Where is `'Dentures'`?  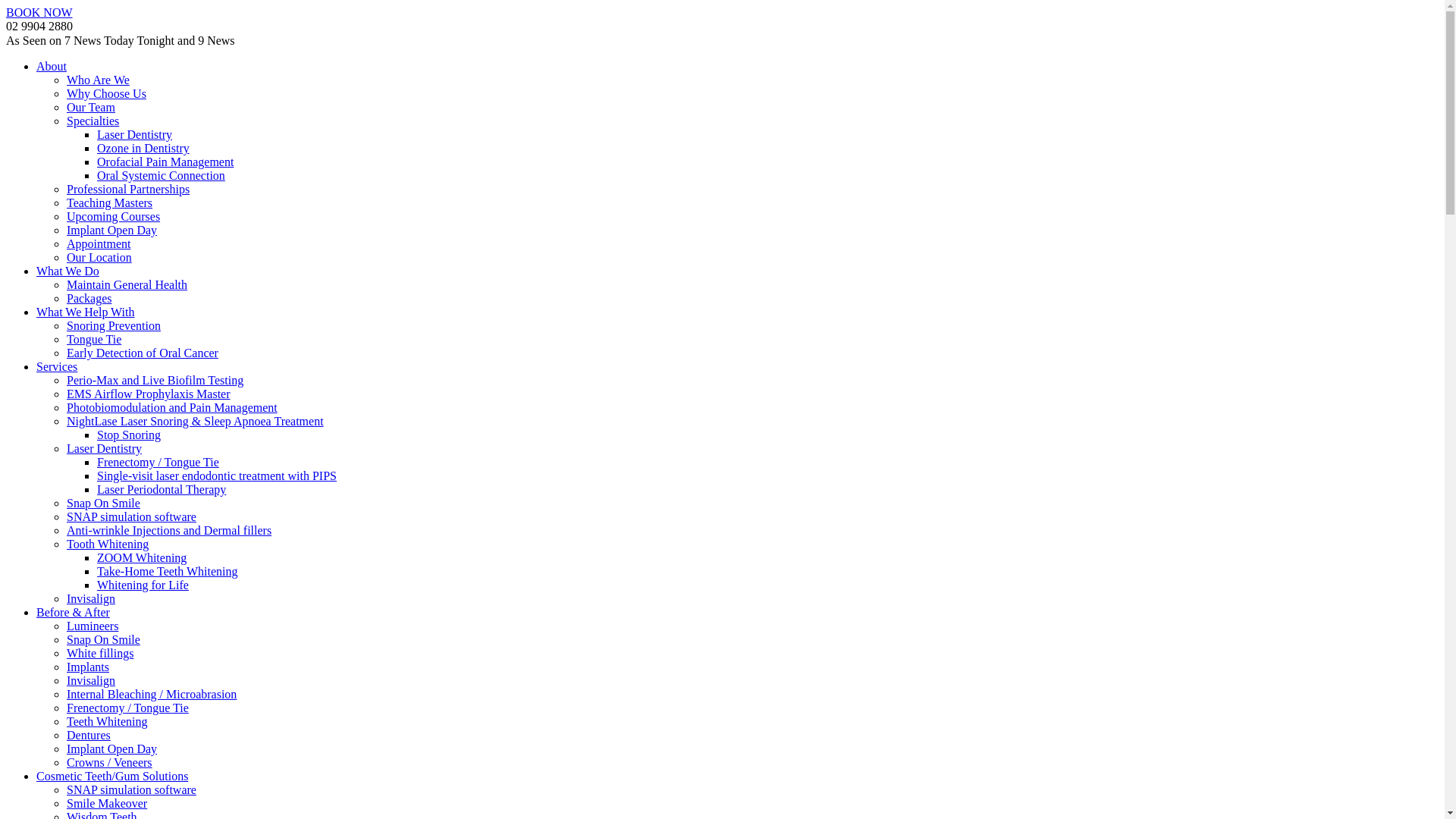
'Dentures' is located at coordinates (87, 734).